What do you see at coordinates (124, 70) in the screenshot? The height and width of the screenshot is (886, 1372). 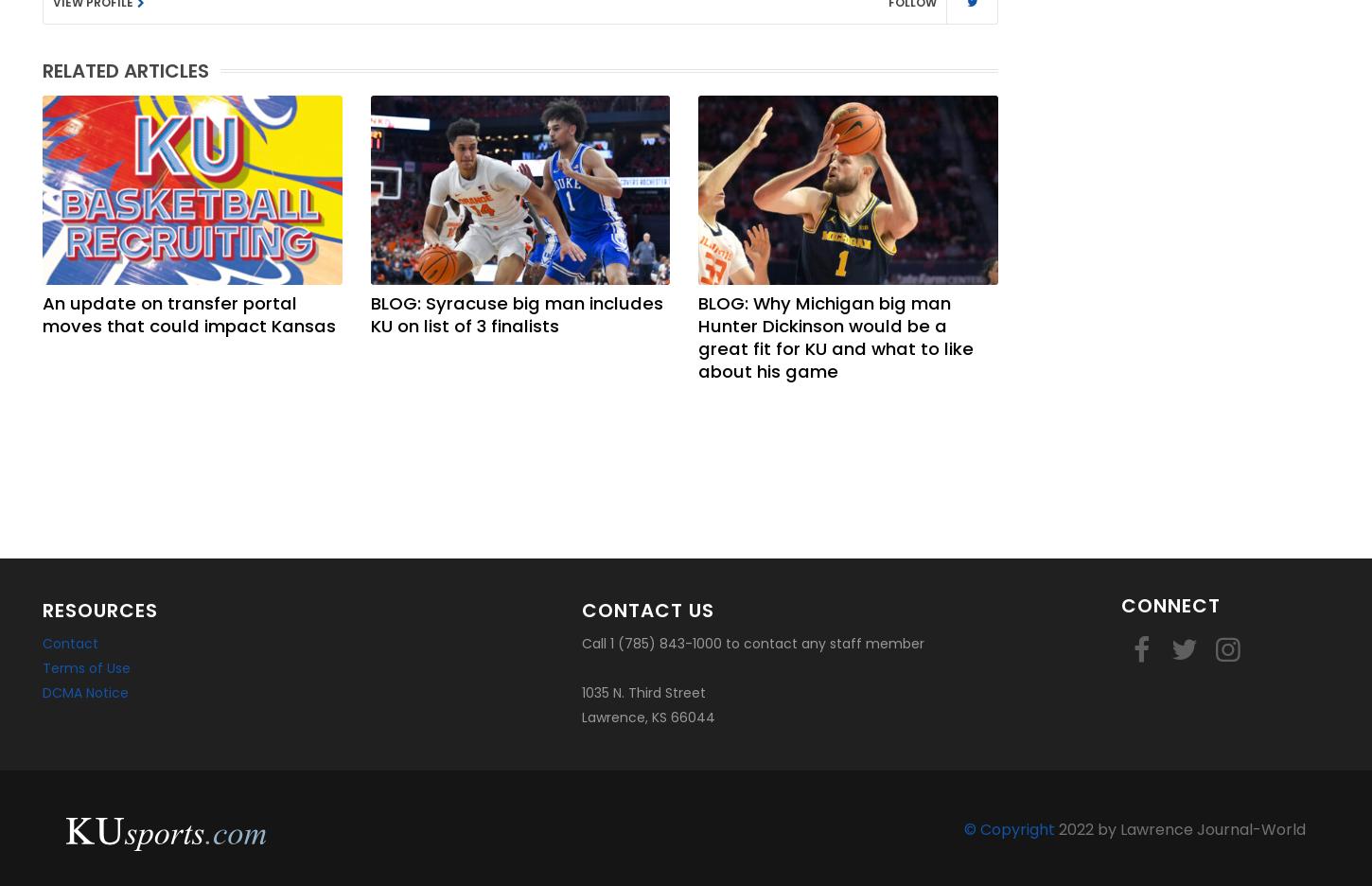 I see `'RELATED ARTICLES'` at bounding box center [124, 70].